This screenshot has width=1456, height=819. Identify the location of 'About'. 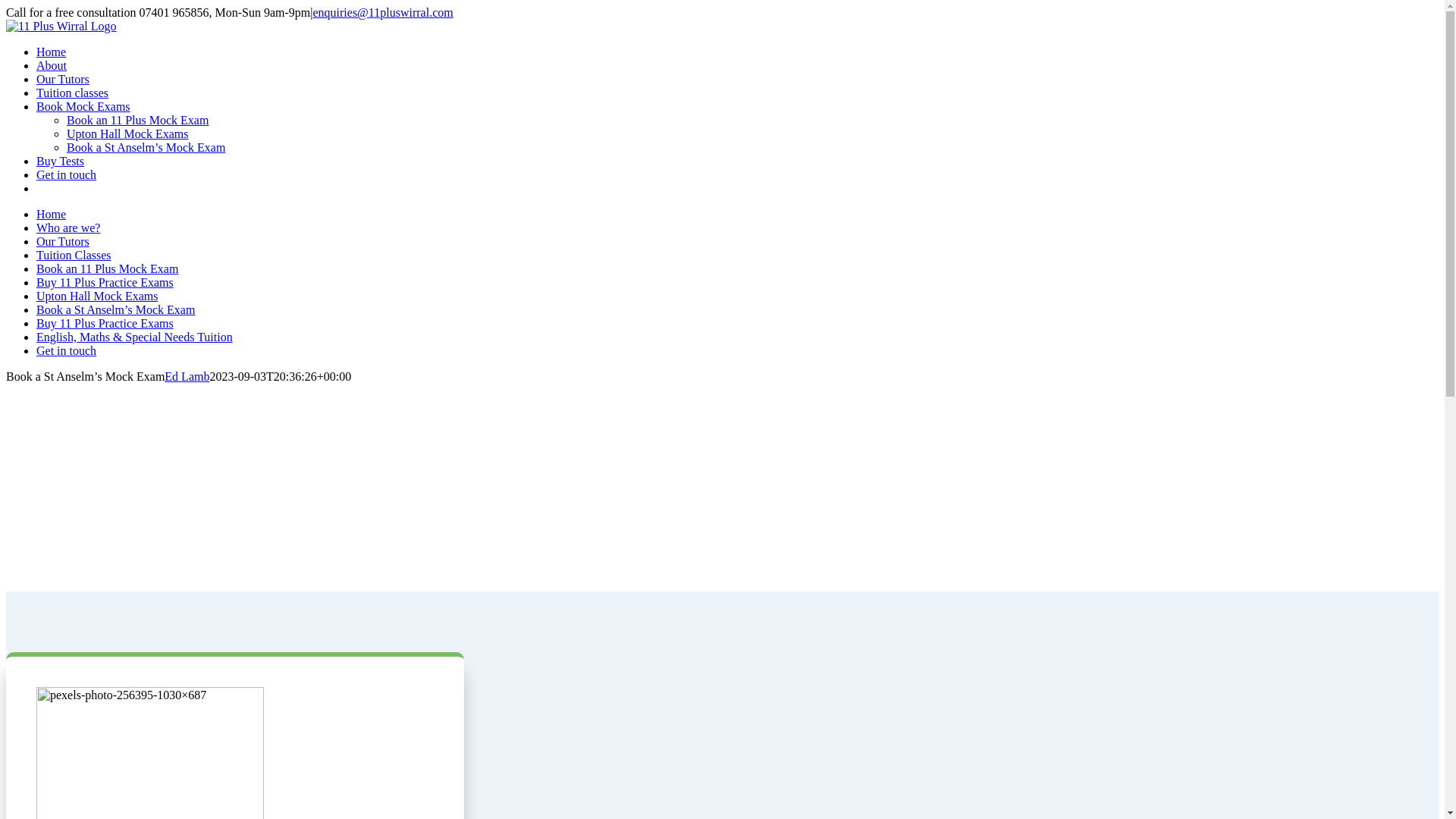
(36, 64).